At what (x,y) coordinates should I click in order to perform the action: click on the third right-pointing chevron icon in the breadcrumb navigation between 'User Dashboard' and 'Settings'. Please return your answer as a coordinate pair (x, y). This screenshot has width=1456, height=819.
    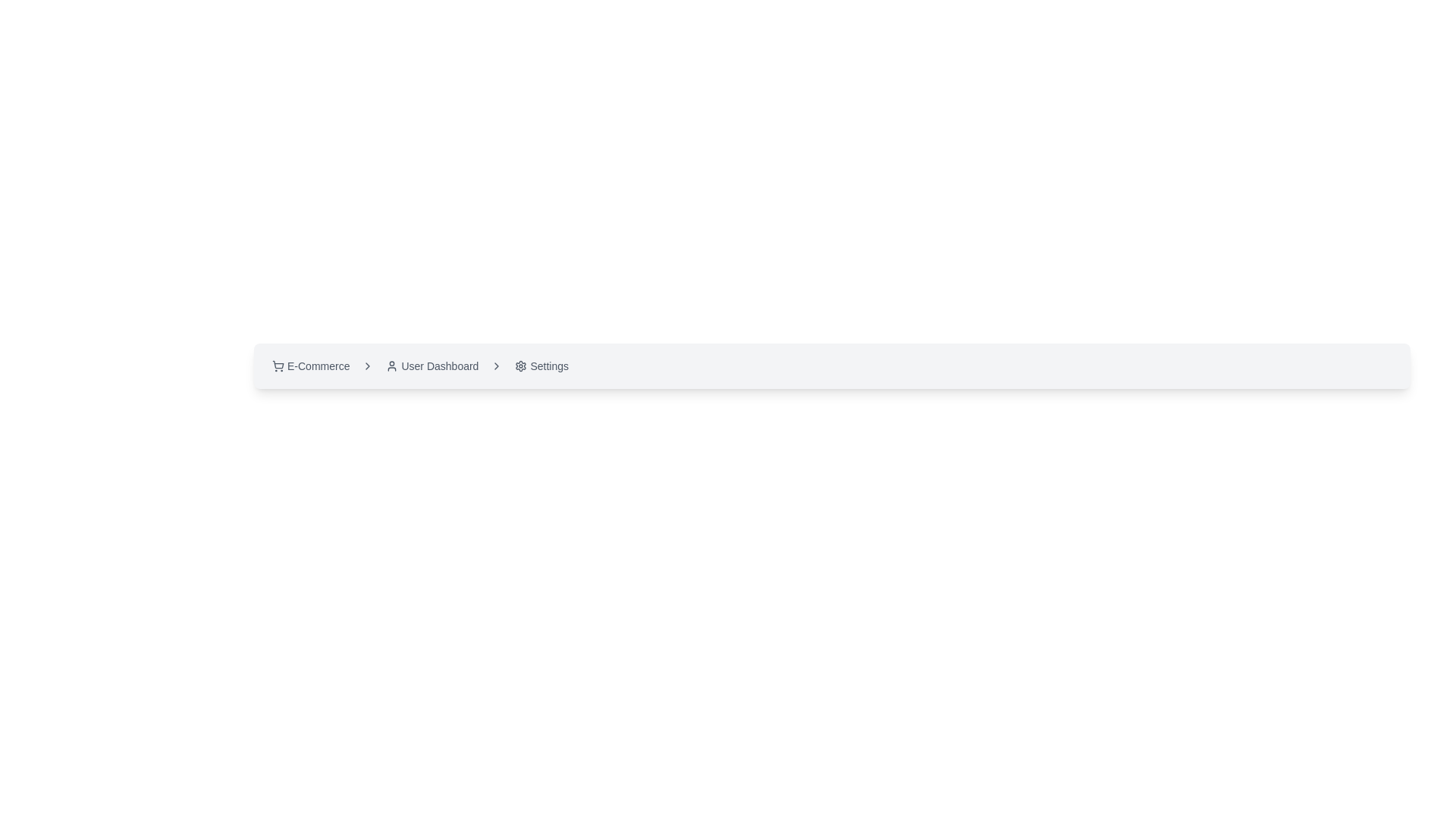
    Looking at the image, I should click on (497, 366).